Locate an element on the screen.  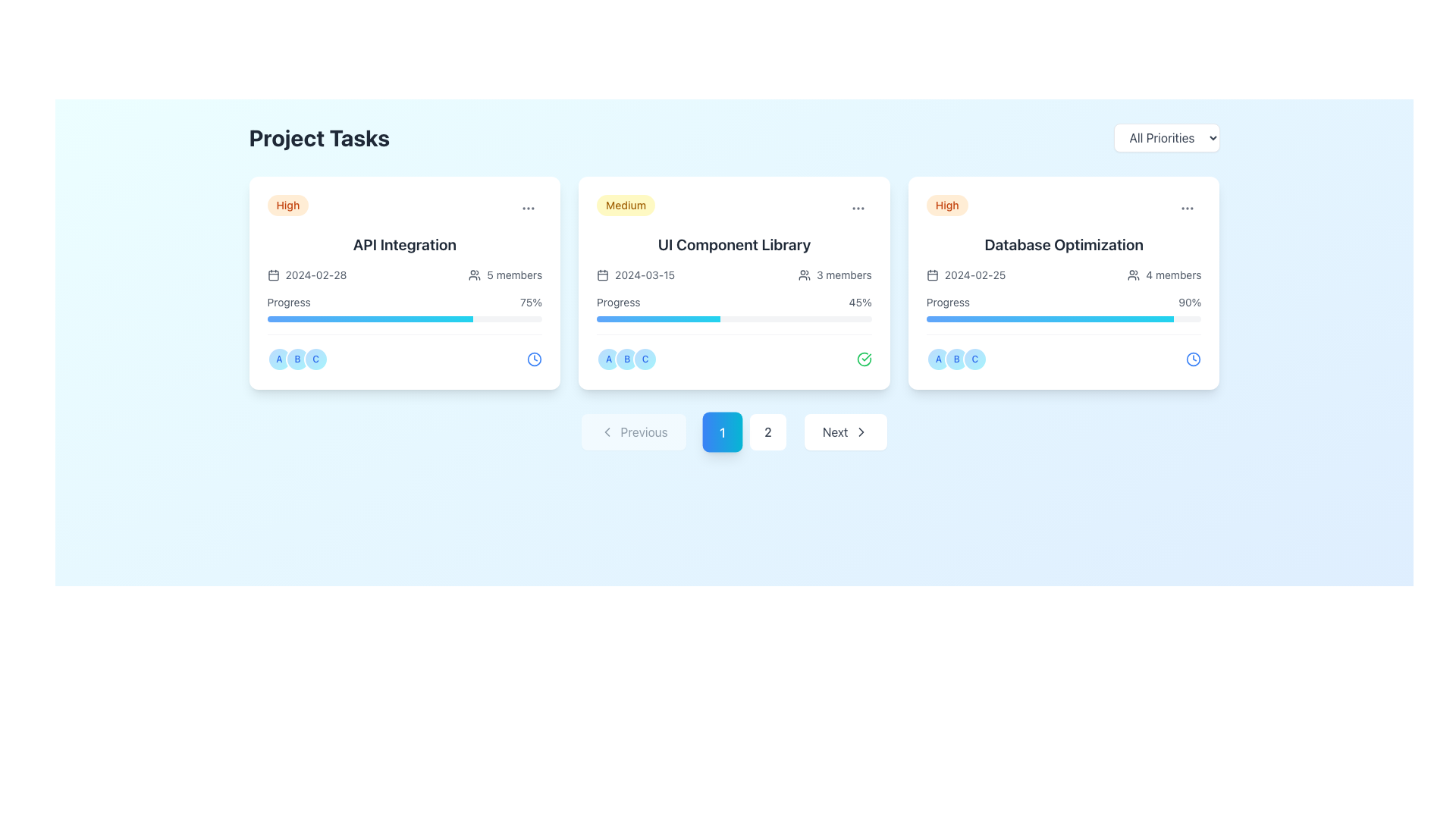
progress is located at coordinates (981, 318).